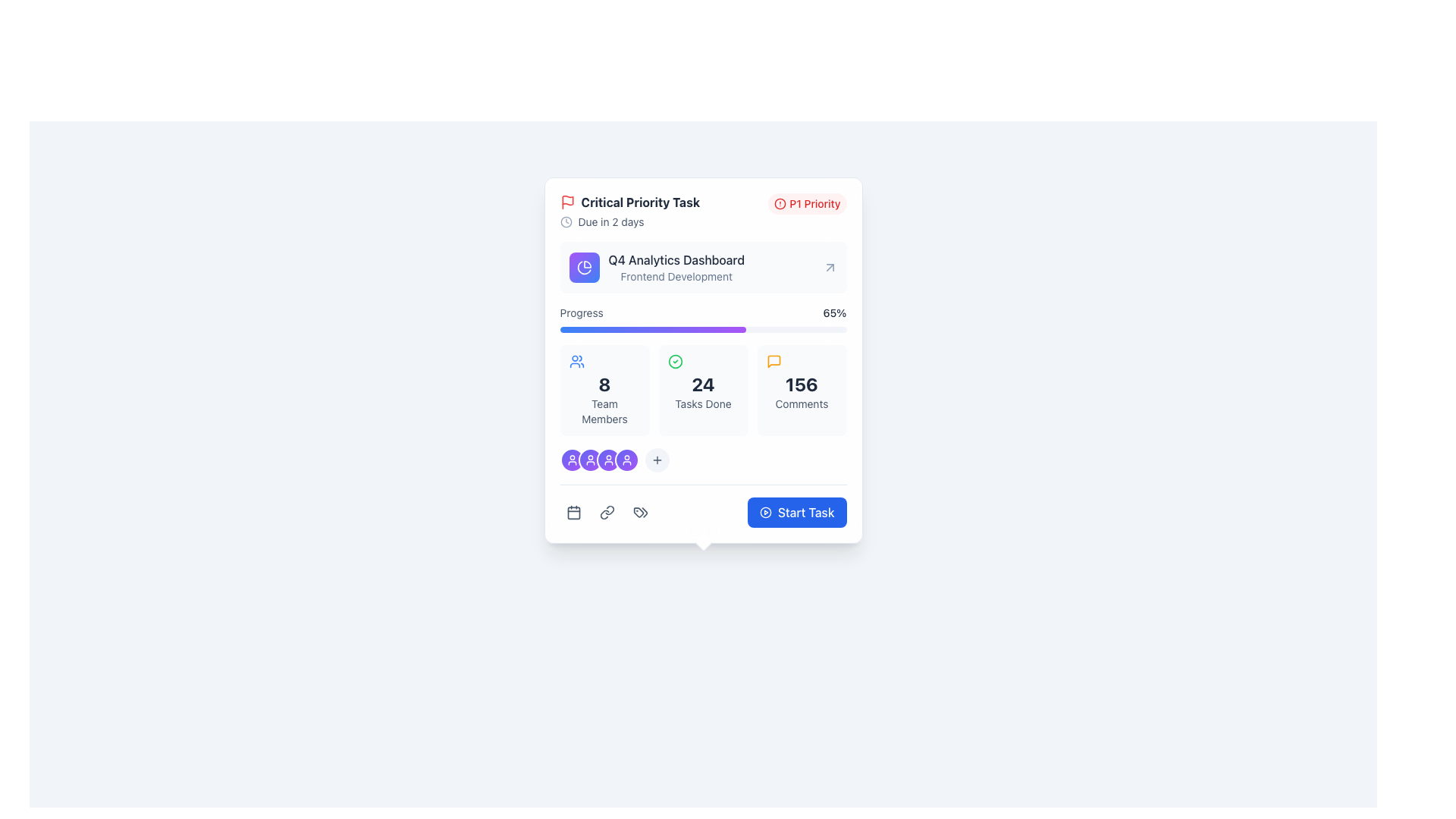 The height and width of the screenshot is (819, 1456). What do you see at coordinates (702, 390) in the screenshot?
I see `the displayed numeric value '24' and the label 'Tasks Done' in the Text Display Component located centrally in the card-like layout` at bounding box center [702, 390].